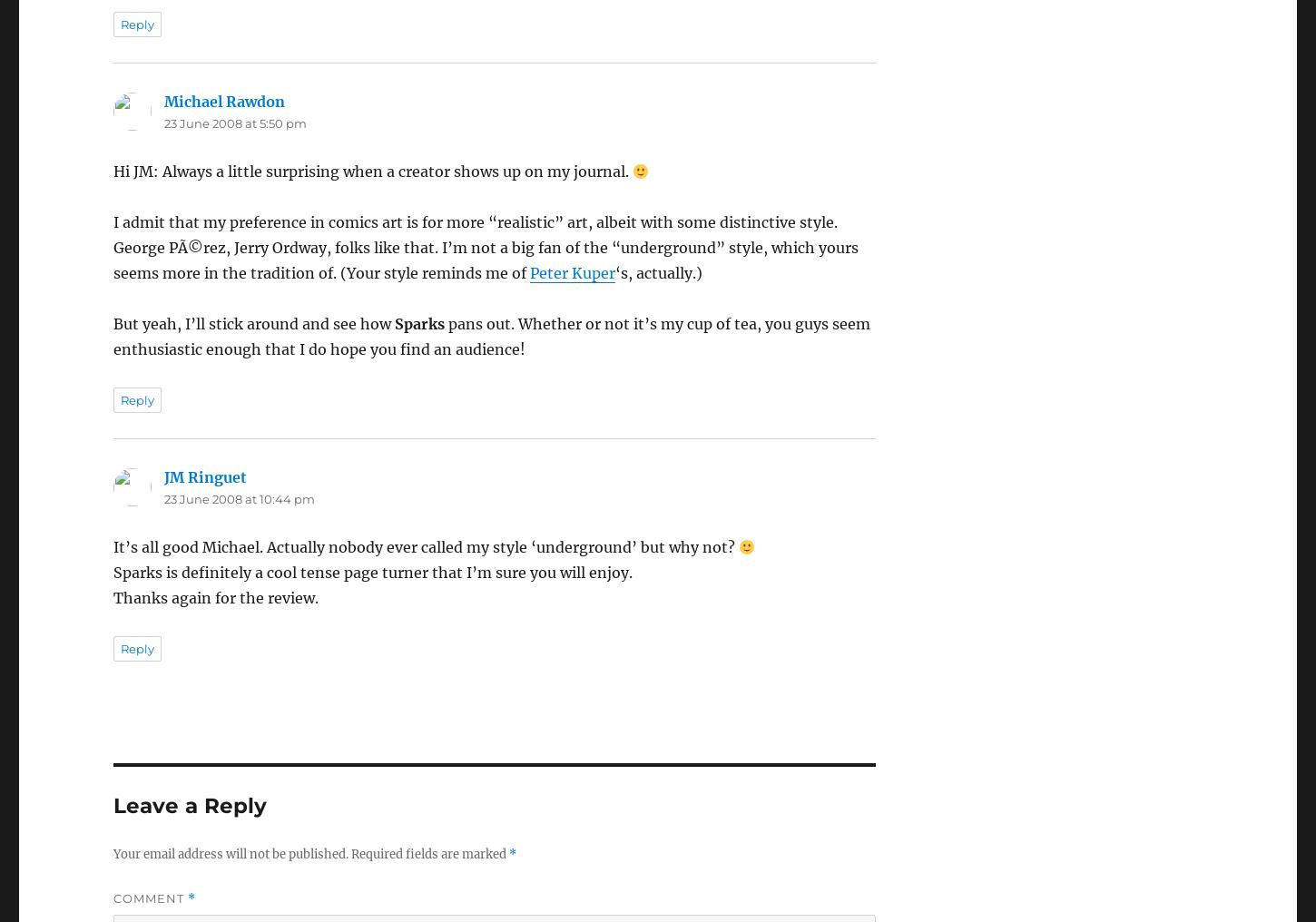 The height and width of the screenshot is (922, 1316). What do you see at coordinates (492, 337) in the screenshot?
I see `'pans out.  Whether or not it’s my cup of tea, you guys seem enthusiastic enough that I do hope you find an audience!'` at bounding box center [492, 337].